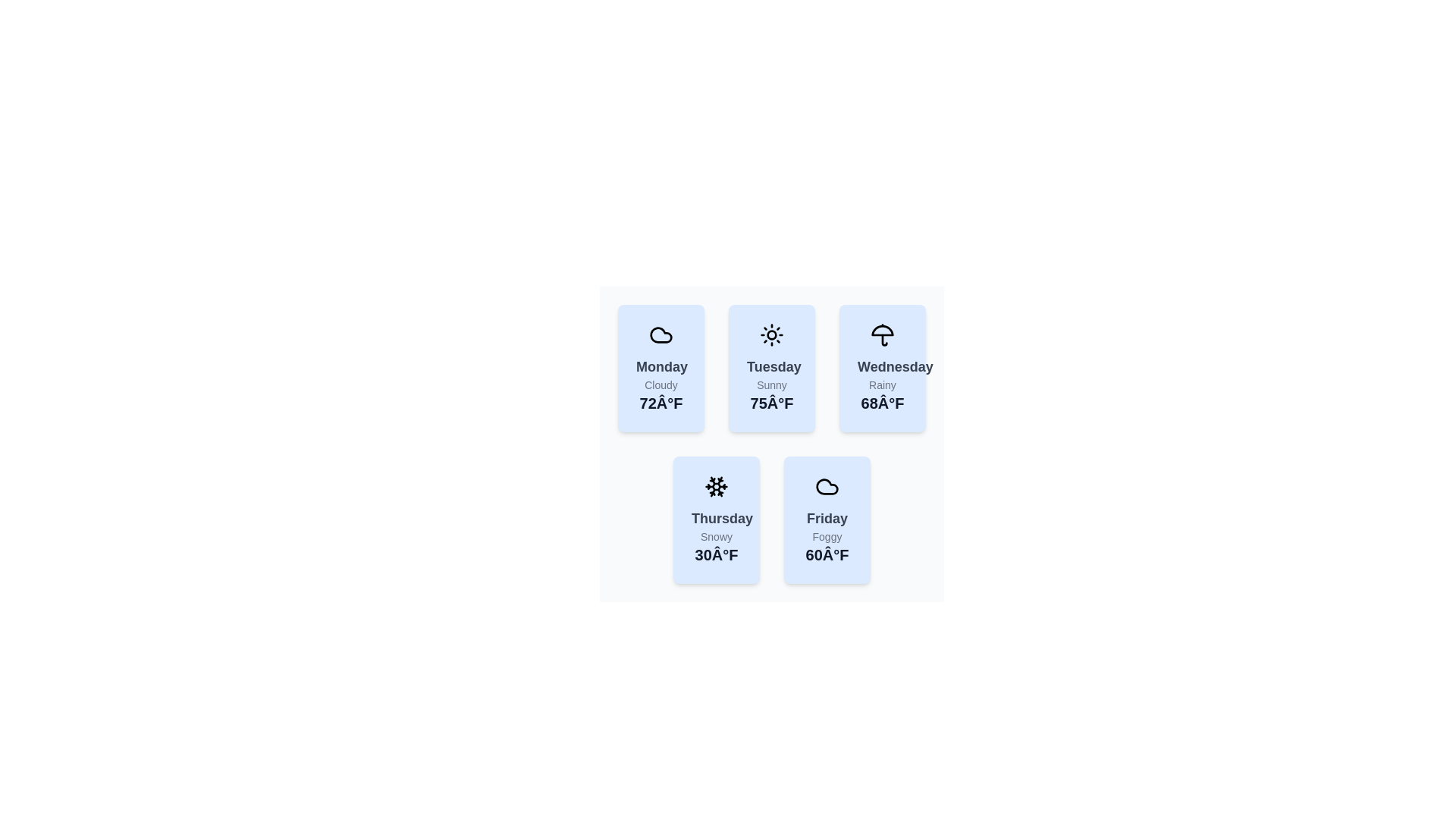  What do you see at coordinates (661, 334) in the screenshot?
I see `the cloudy weather icon representing Monday's forecast located at the top-left corner of the weather forecast grid` at bounding box center [661, 334].